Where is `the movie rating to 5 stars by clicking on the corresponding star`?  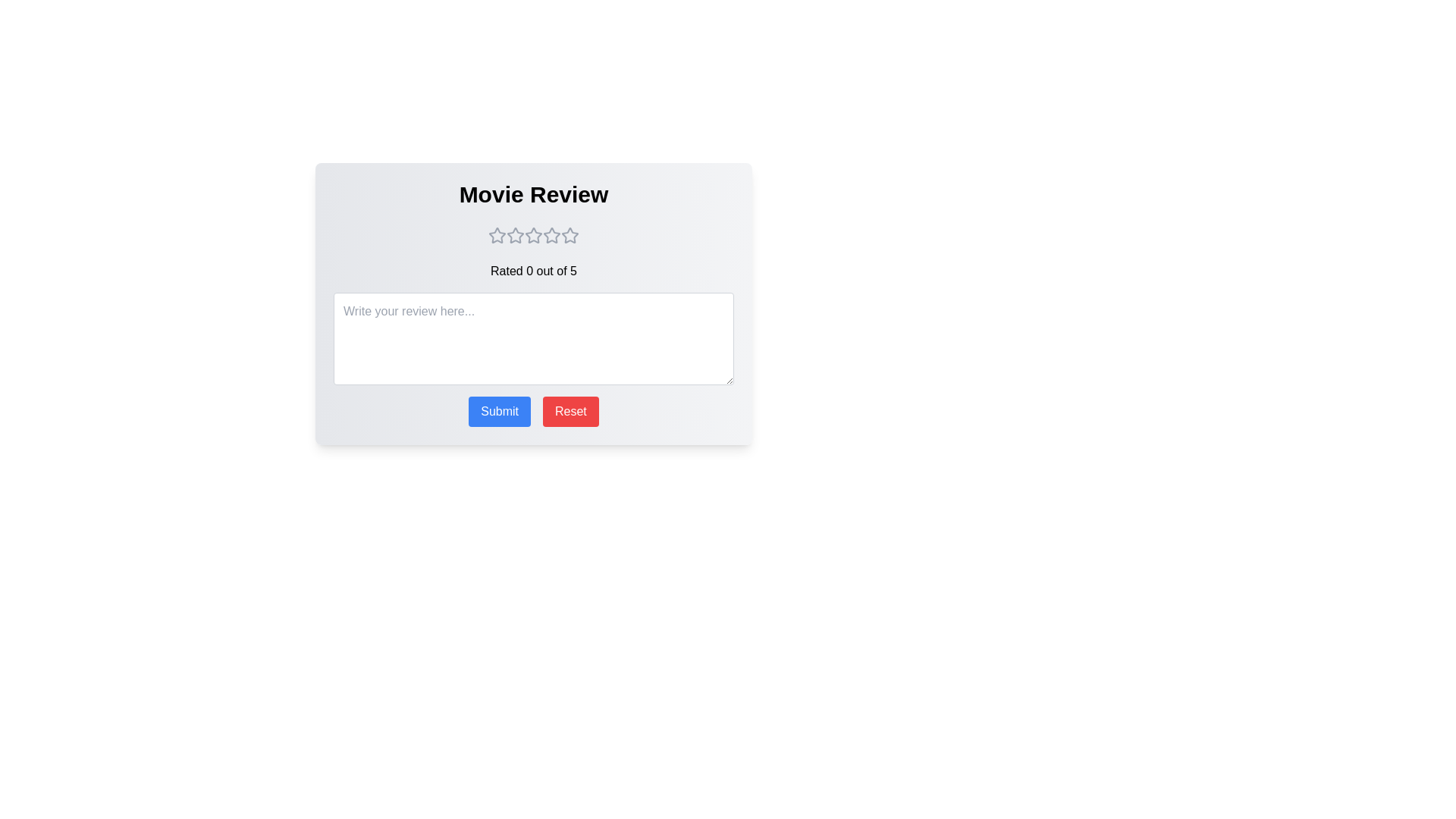 the movie rating to 5 stars by clicking on the corresponding star is located at coordinates (570, 236).